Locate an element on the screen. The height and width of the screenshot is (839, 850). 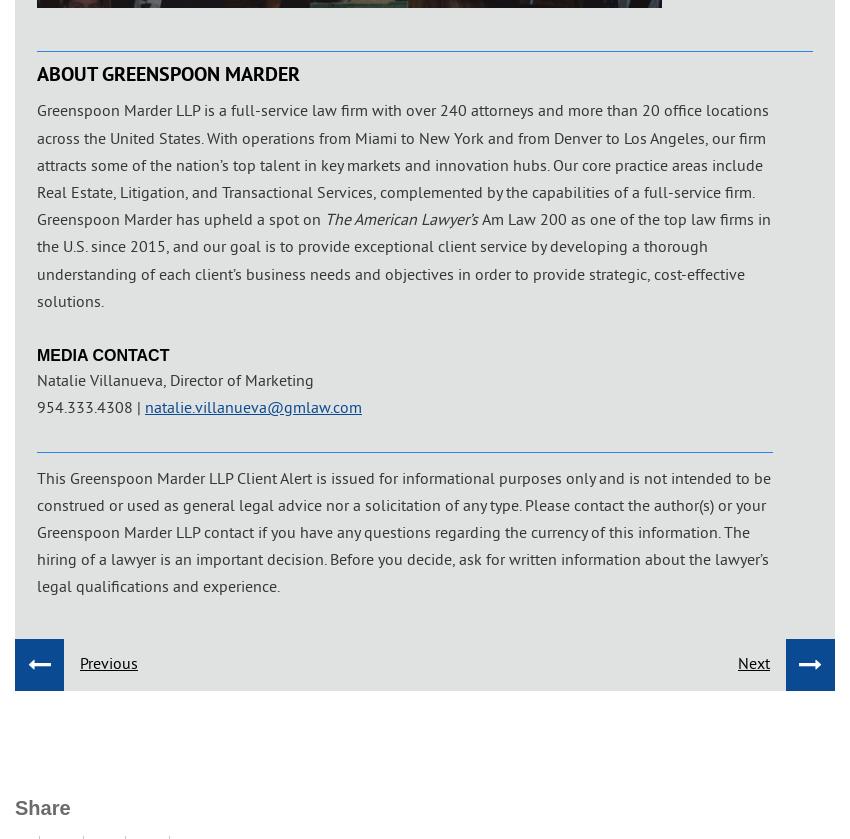
'Greenspoon Marder LLP is a full-service law firm with over 240 attorneys and more than 20 office locations across the United States. With operations from Miami to New York and from Denver to Los Angeles, our firm attracts some of the nation’s top talent in key markets and innovation hubs. Our core practice areas include Real Estate, Litigation, and Transactional Services, complemented by the capabilities of a full-service firm.  Greenspoon Marder has upheld a spot on' is located at coordinates (35, 164).